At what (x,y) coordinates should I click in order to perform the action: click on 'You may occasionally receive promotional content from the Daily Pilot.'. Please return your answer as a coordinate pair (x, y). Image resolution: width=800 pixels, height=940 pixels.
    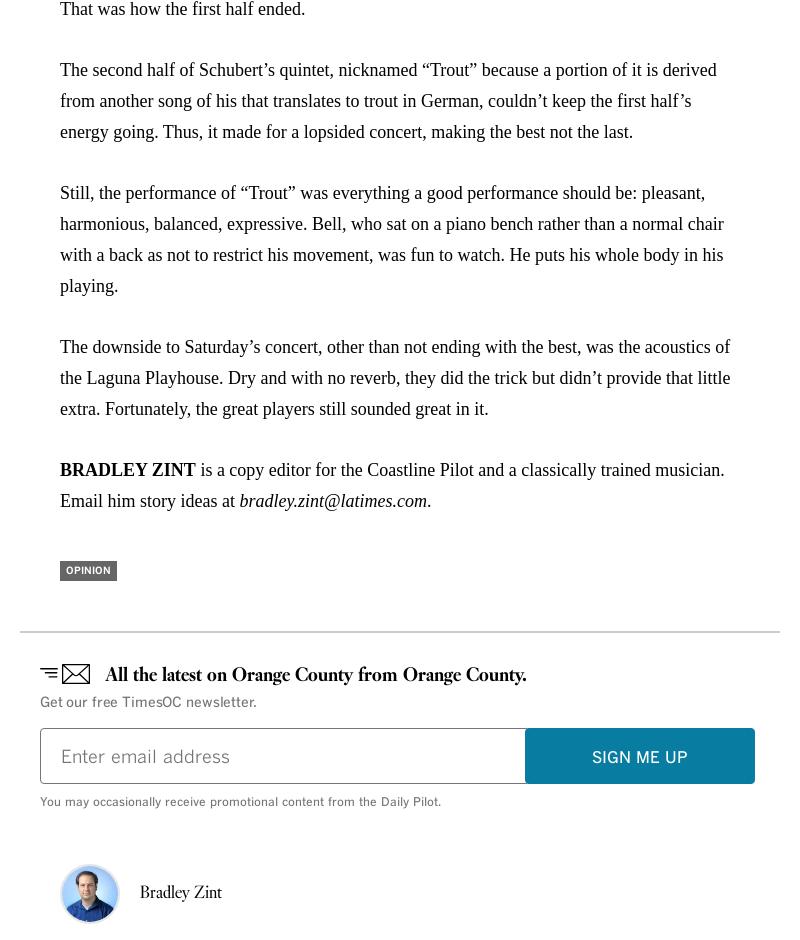
    Looking at the image, I should click on (239, 802).